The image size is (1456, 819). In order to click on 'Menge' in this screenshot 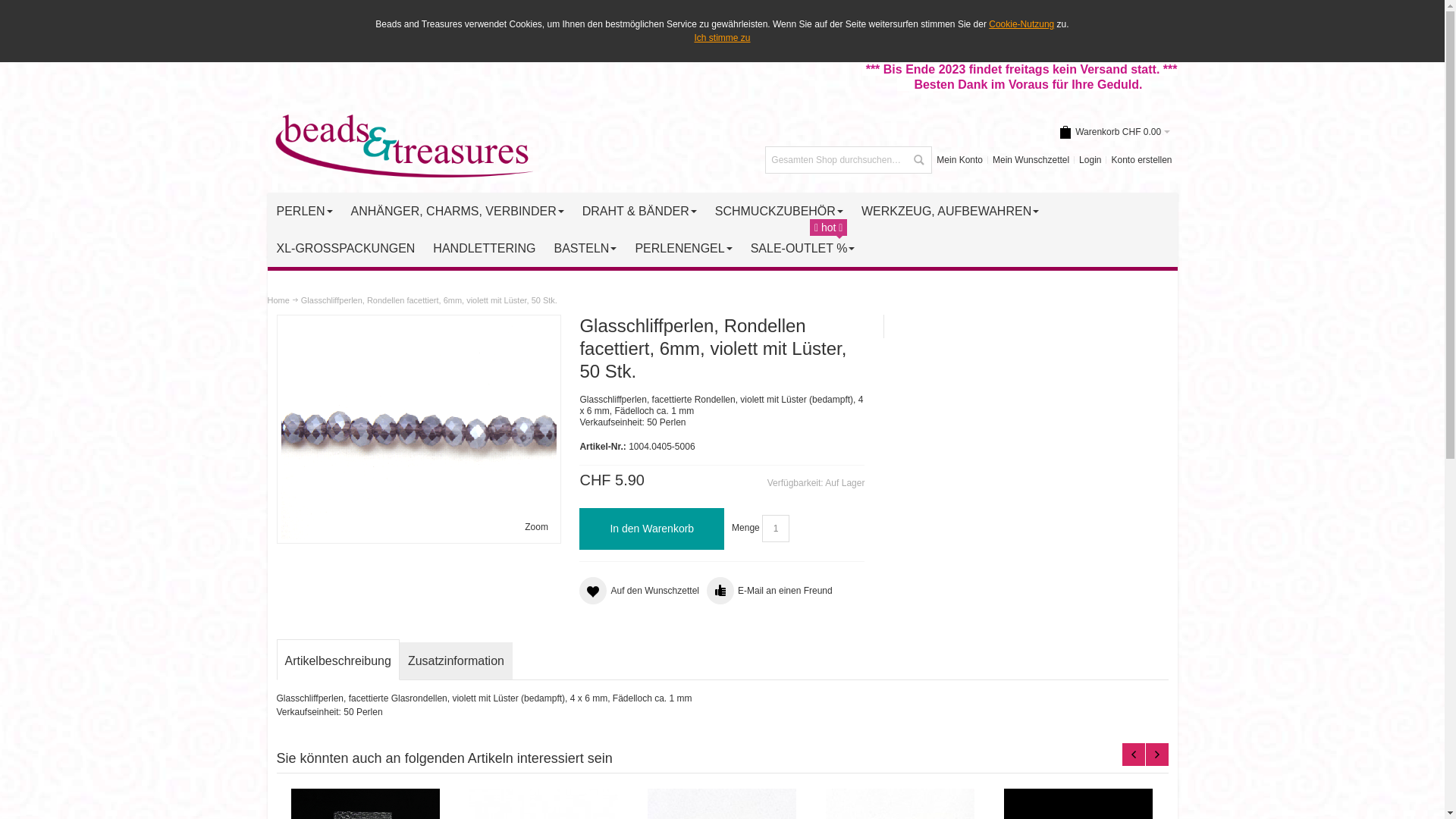, I will do `click(775, 528)`.